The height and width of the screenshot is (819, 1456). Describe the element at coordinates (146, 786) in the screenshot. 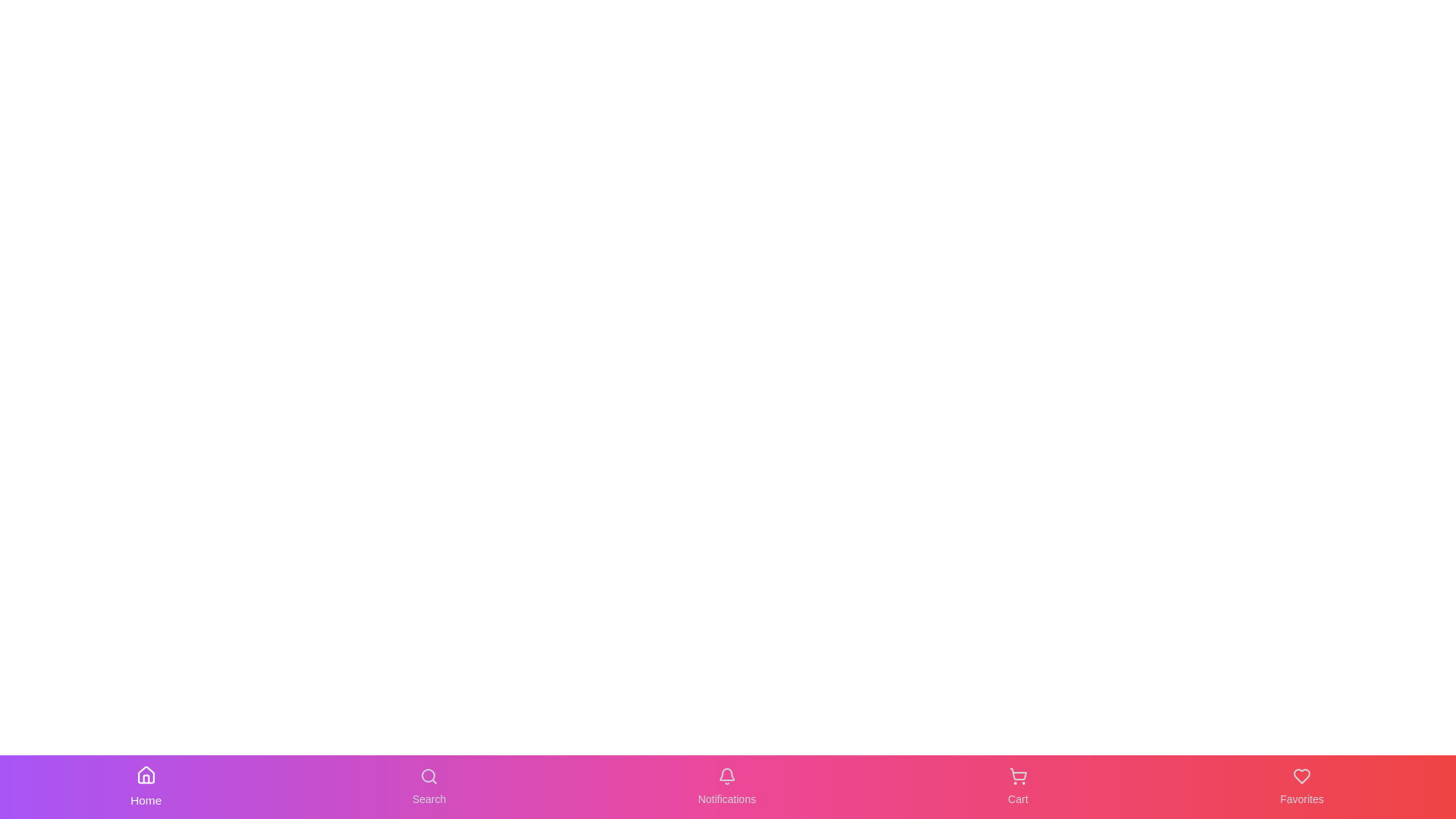

I see `the Home button to navigate to the corresponding section` at that location.